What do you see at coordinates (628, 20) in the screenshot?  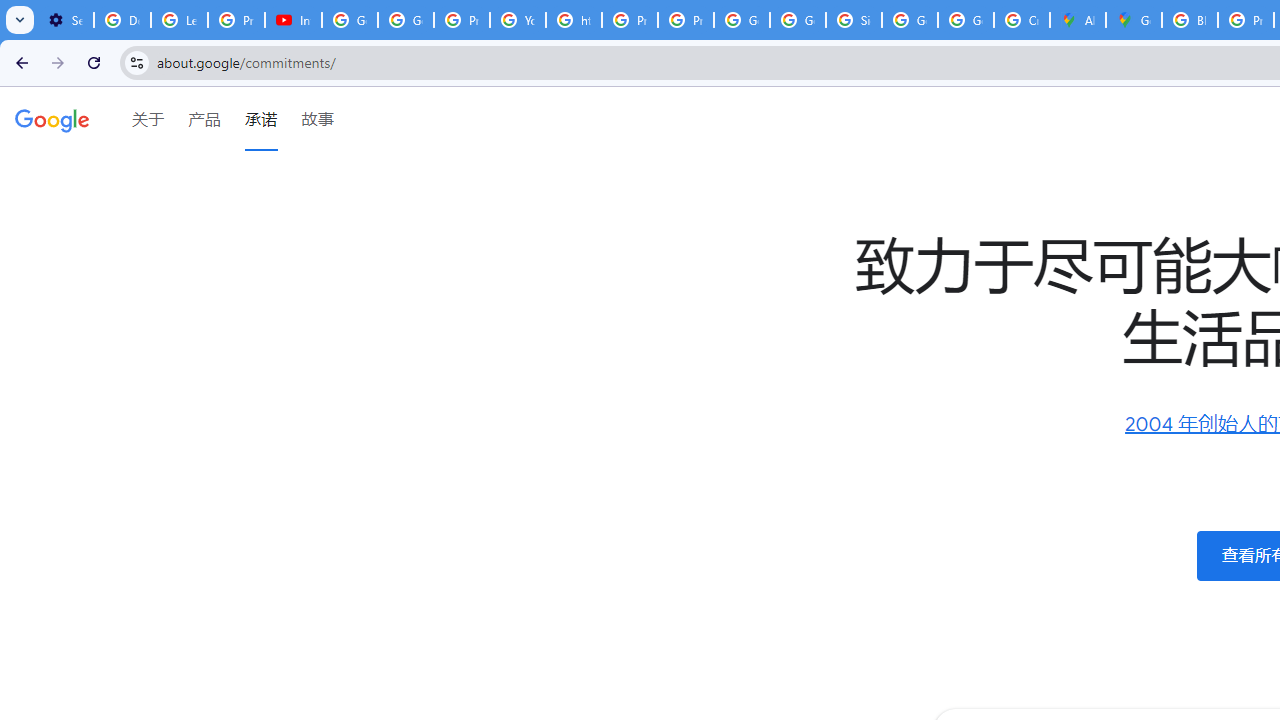 I see `'Privacy Help Center - Policies Help'` at bounding box center [628, 20].